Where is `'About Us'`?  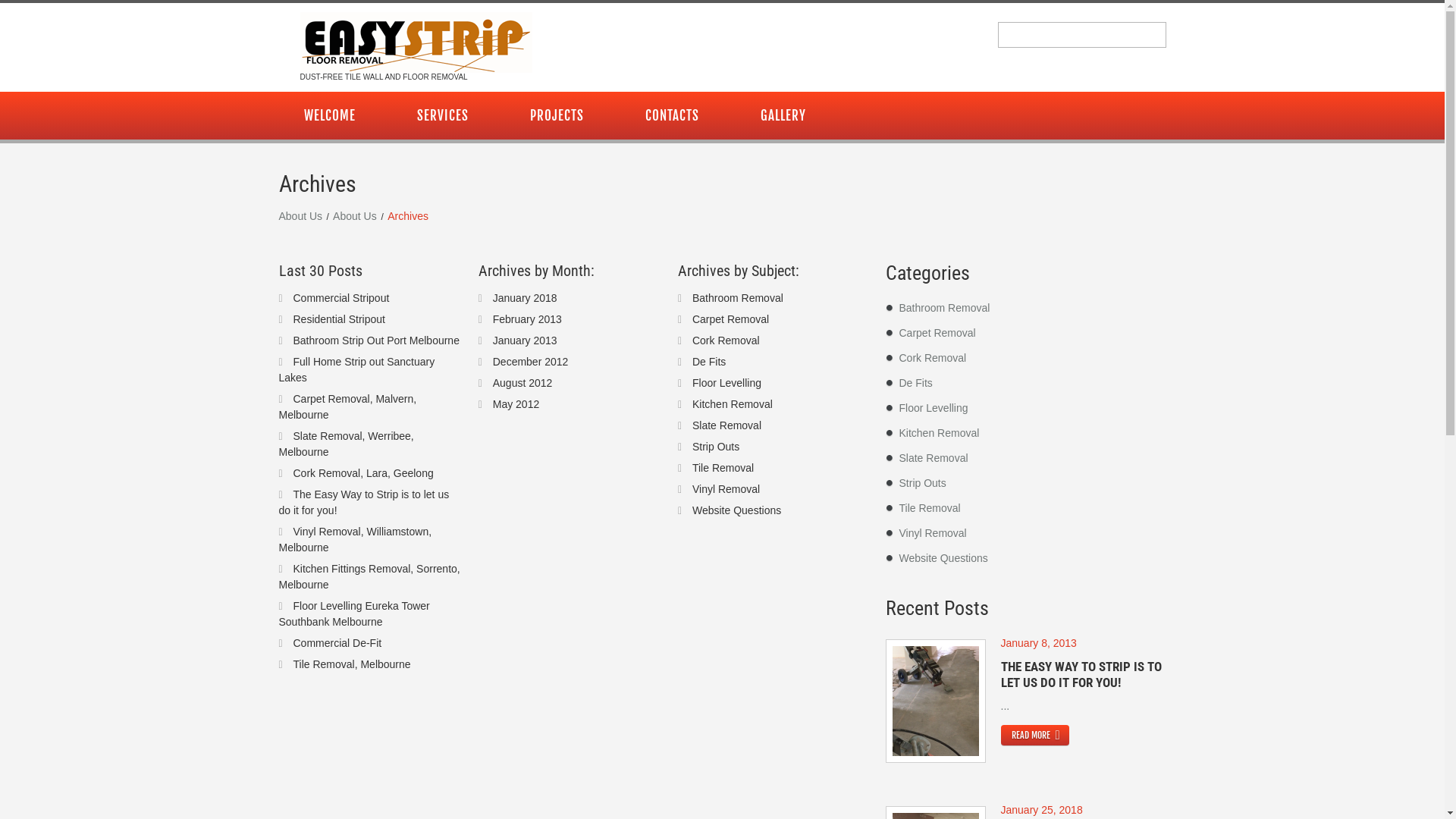
'About Us' is located at coordinates (353, 215).